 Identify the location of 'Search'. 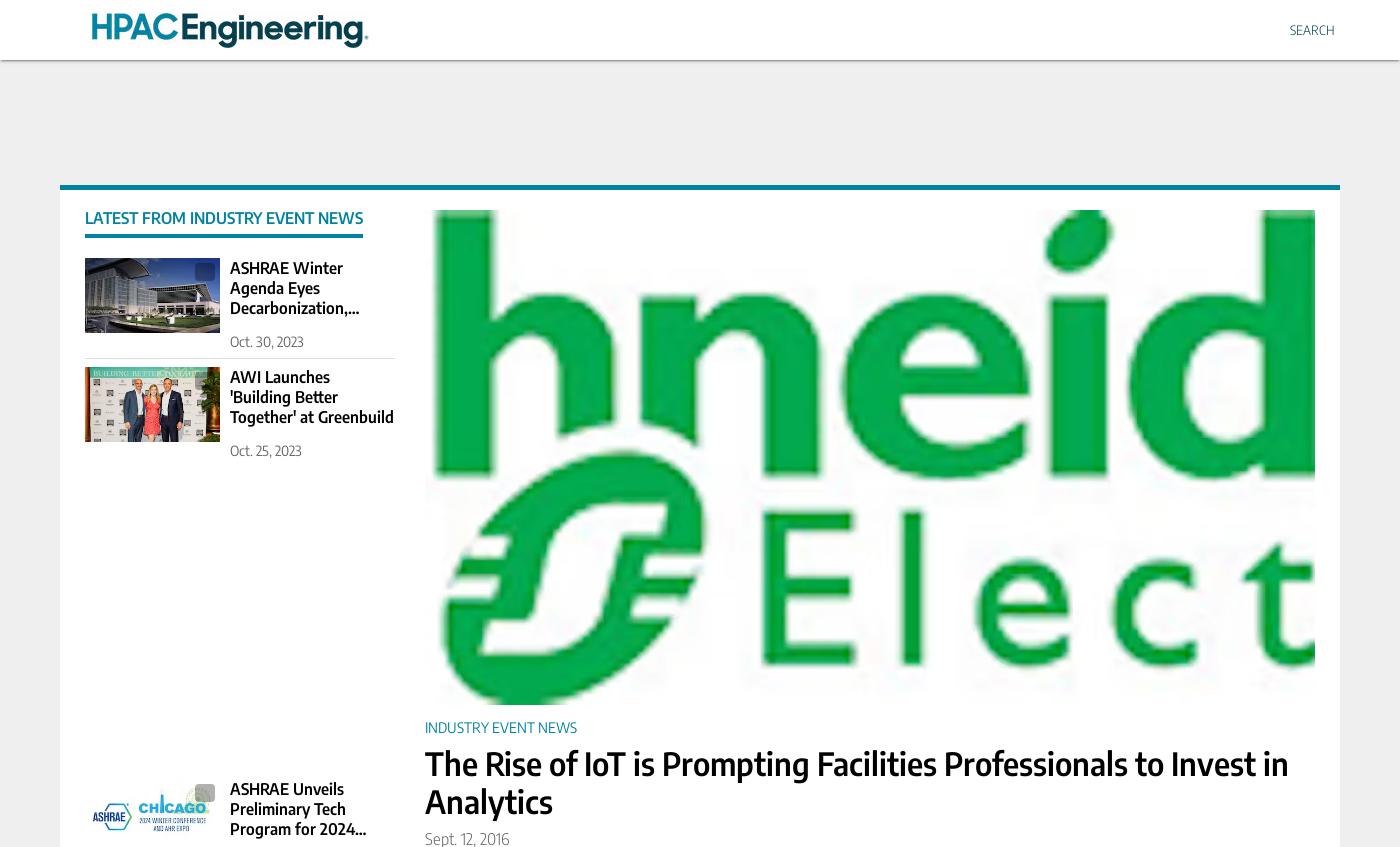
(1312, 28).